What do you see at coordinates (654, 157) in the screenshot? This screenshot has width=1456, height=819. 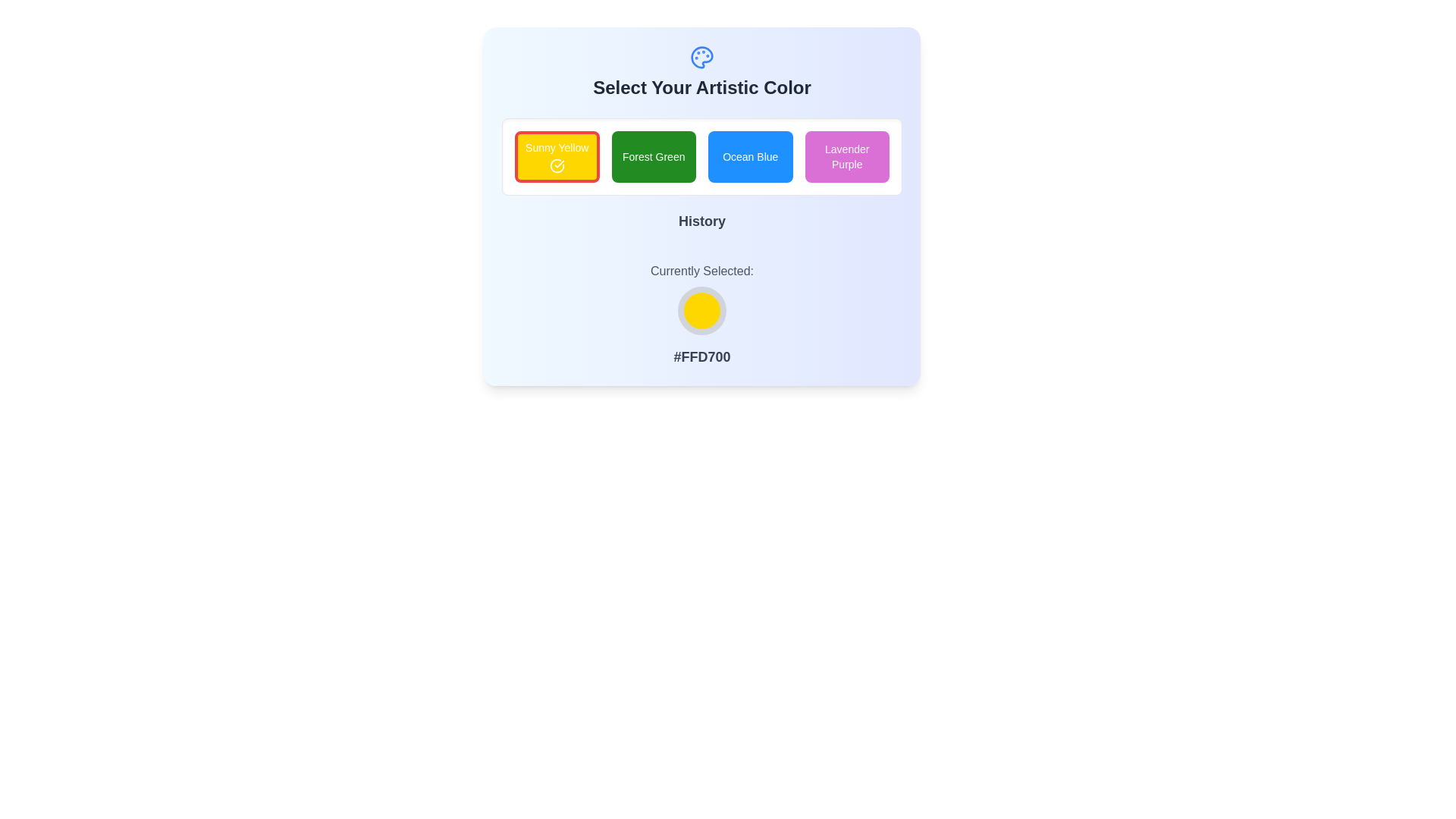 I see `the 'Forest Green' color selection button, which is the second button in a row of color buttons` at bounding box center [654, 157].